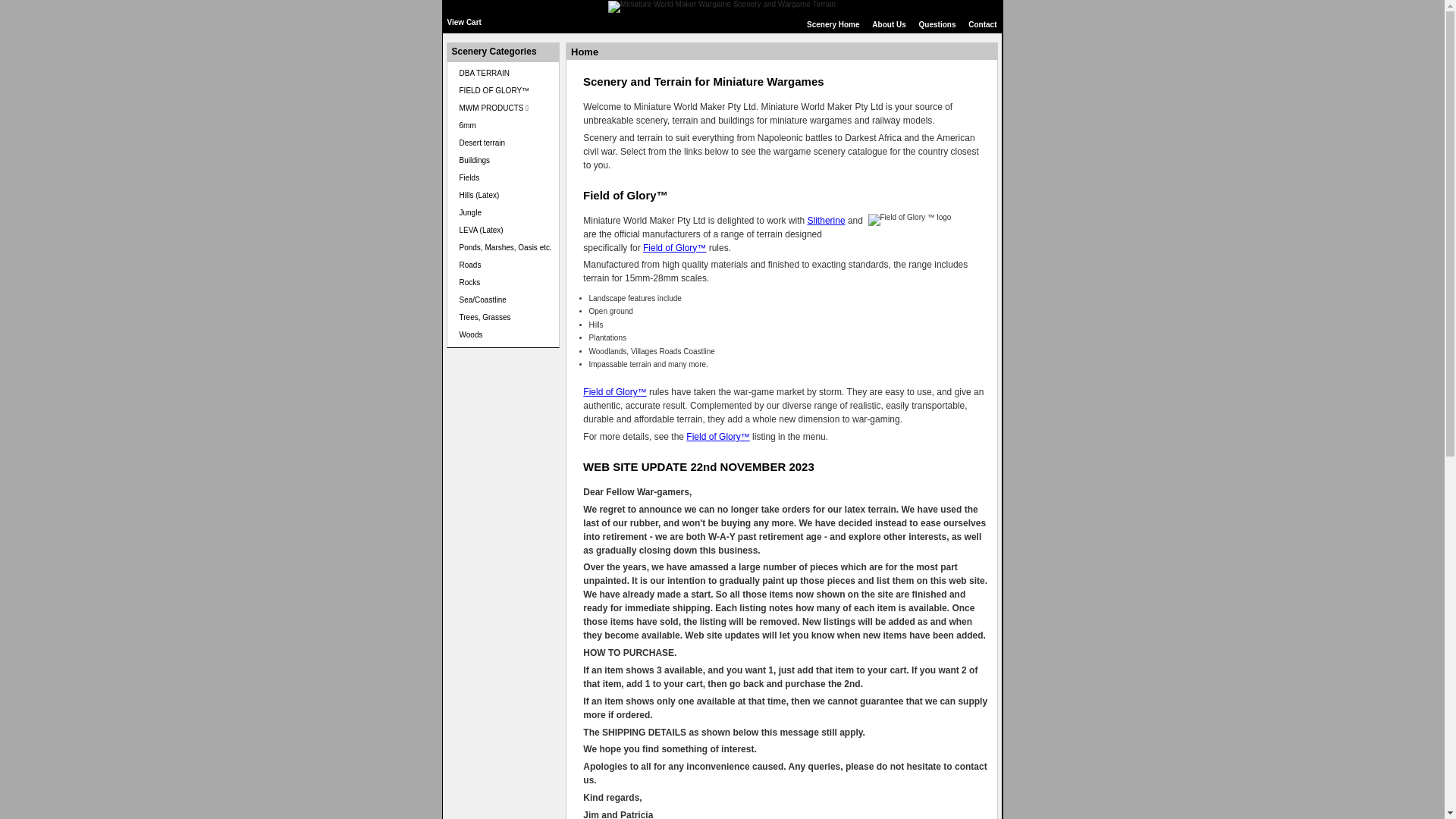  Describe the element at coordinates (463, 22) in the screenshot. I see `'View Cart'` at that location.